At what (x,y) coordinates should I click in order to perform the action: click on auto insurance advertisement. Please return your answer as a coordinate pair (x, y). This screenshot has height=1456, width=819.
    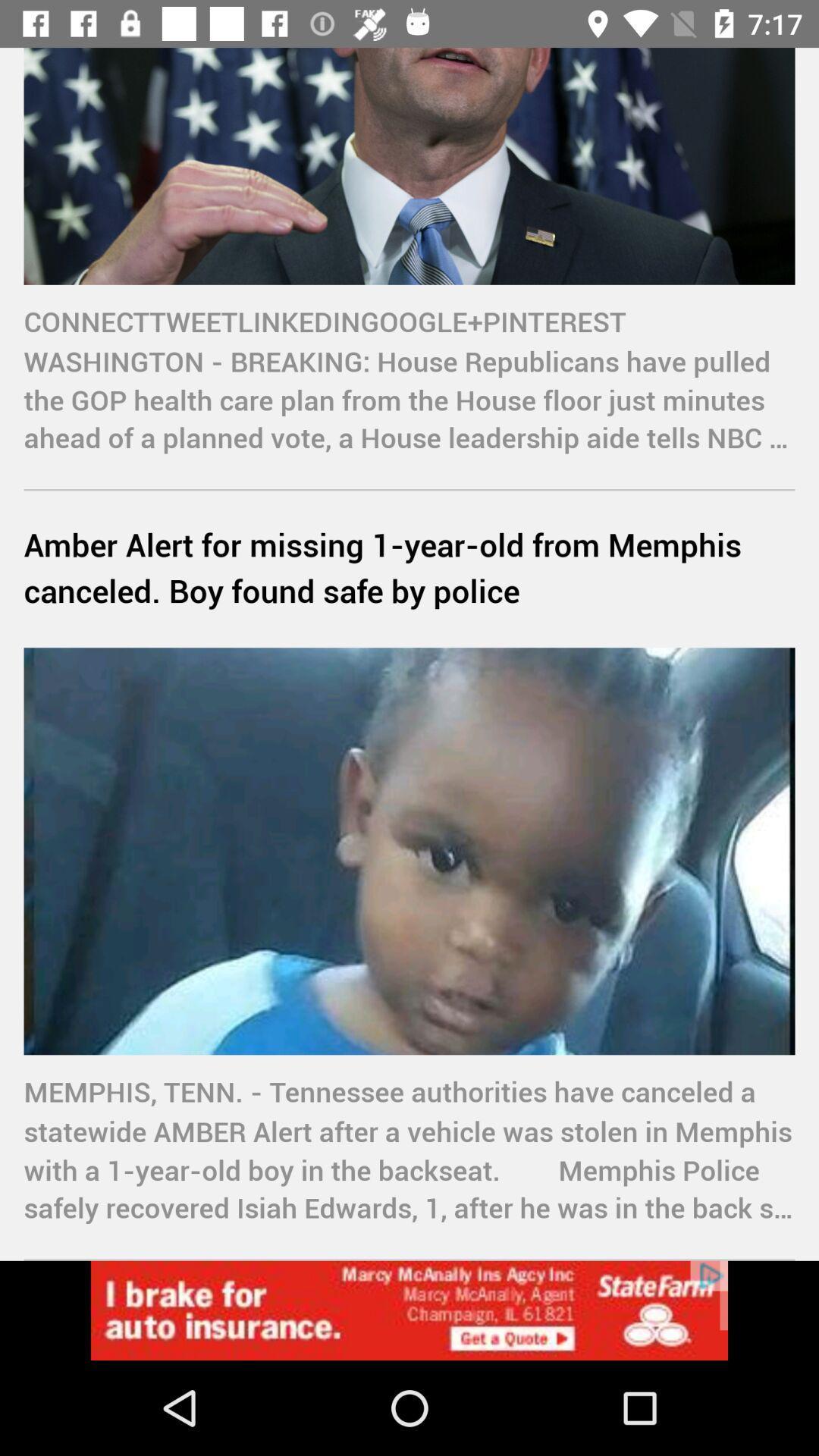
    Looking at the image, I should click on (409, 1310).